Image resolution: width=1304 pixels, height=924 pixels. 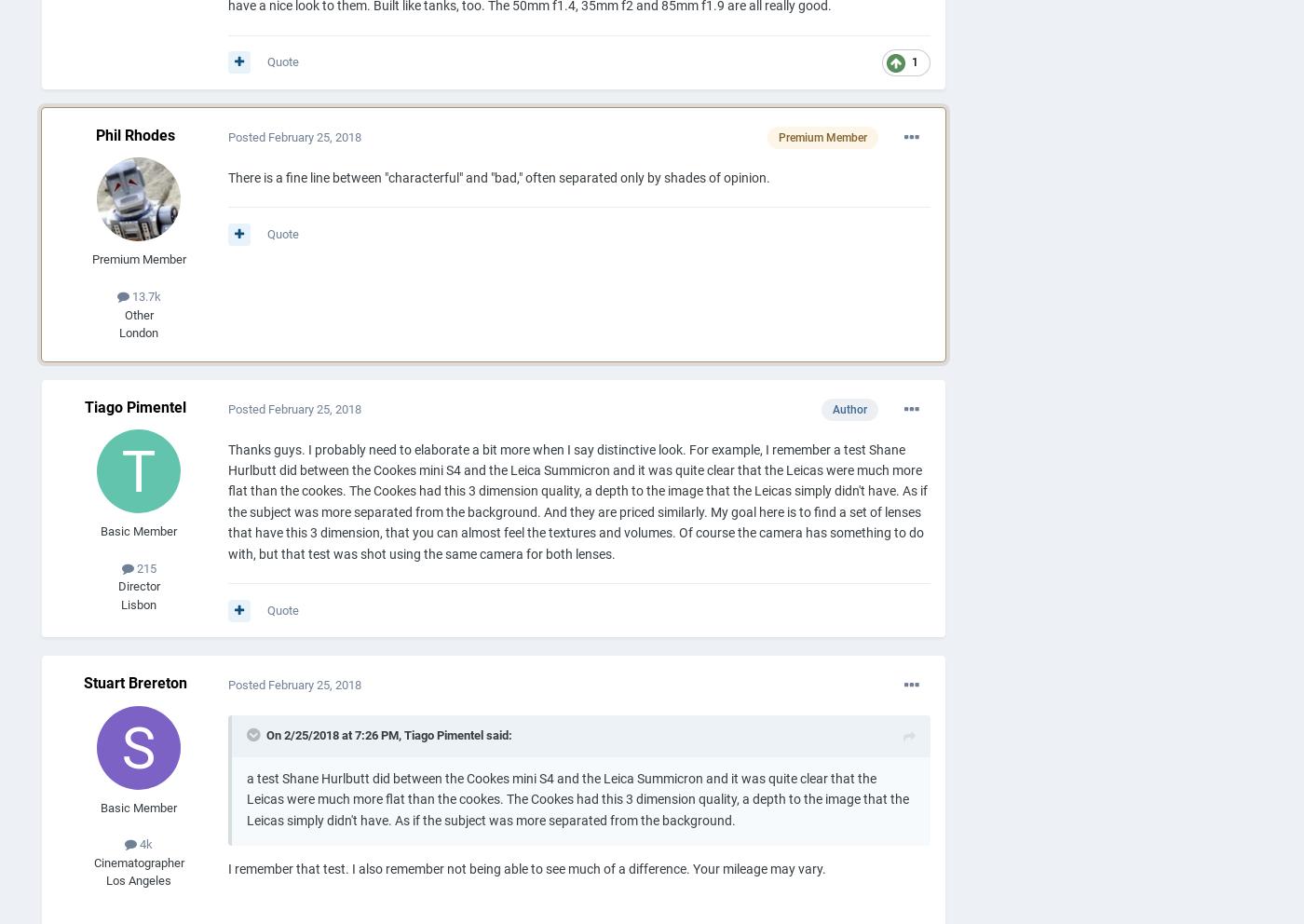 What do you see at coordinates (143, 295) in the screenshot?
I see `'13.7k'` at bounding box center [143, 295].